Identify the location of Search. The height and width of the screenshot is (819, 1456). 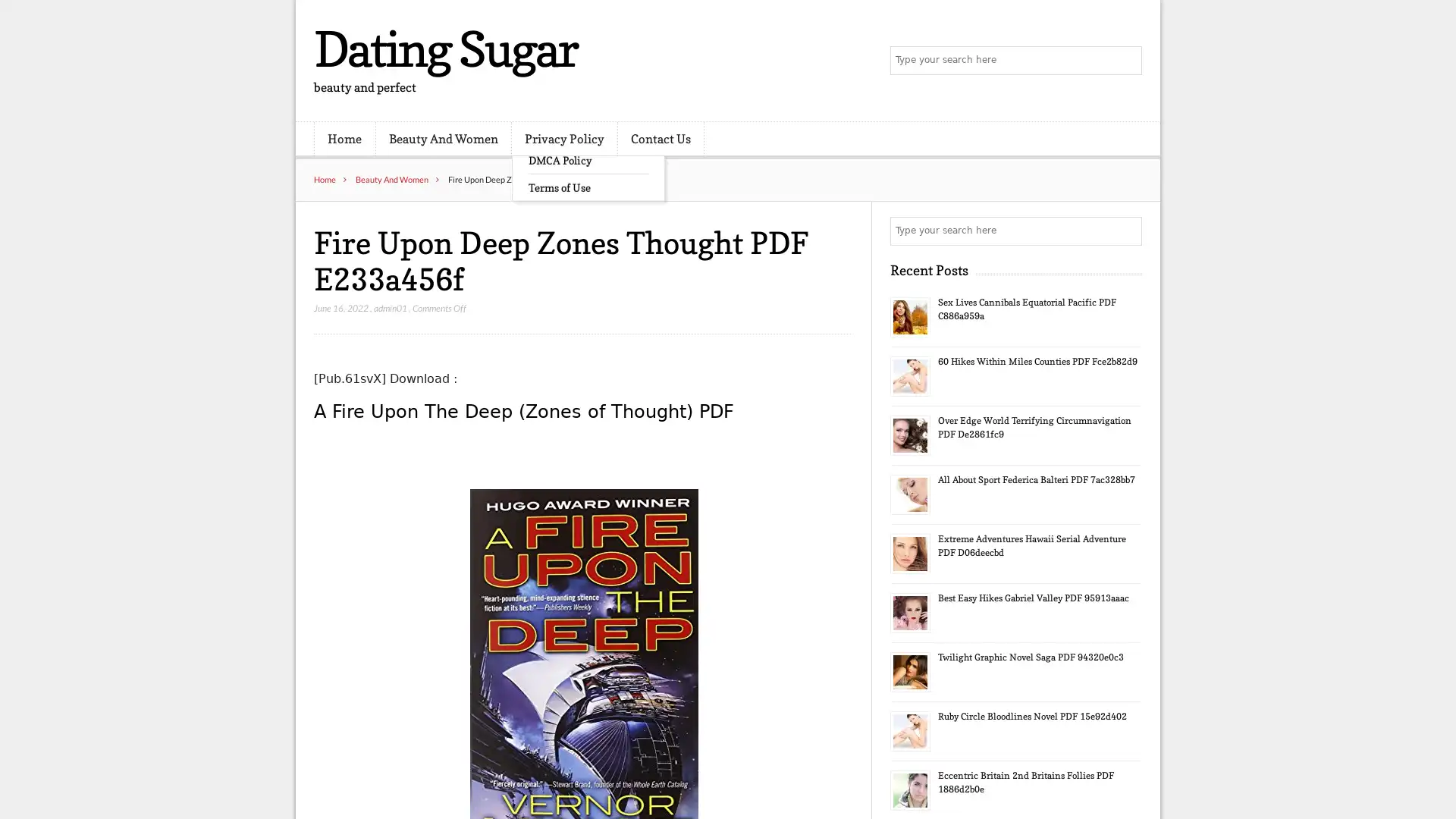
(1126, 61).